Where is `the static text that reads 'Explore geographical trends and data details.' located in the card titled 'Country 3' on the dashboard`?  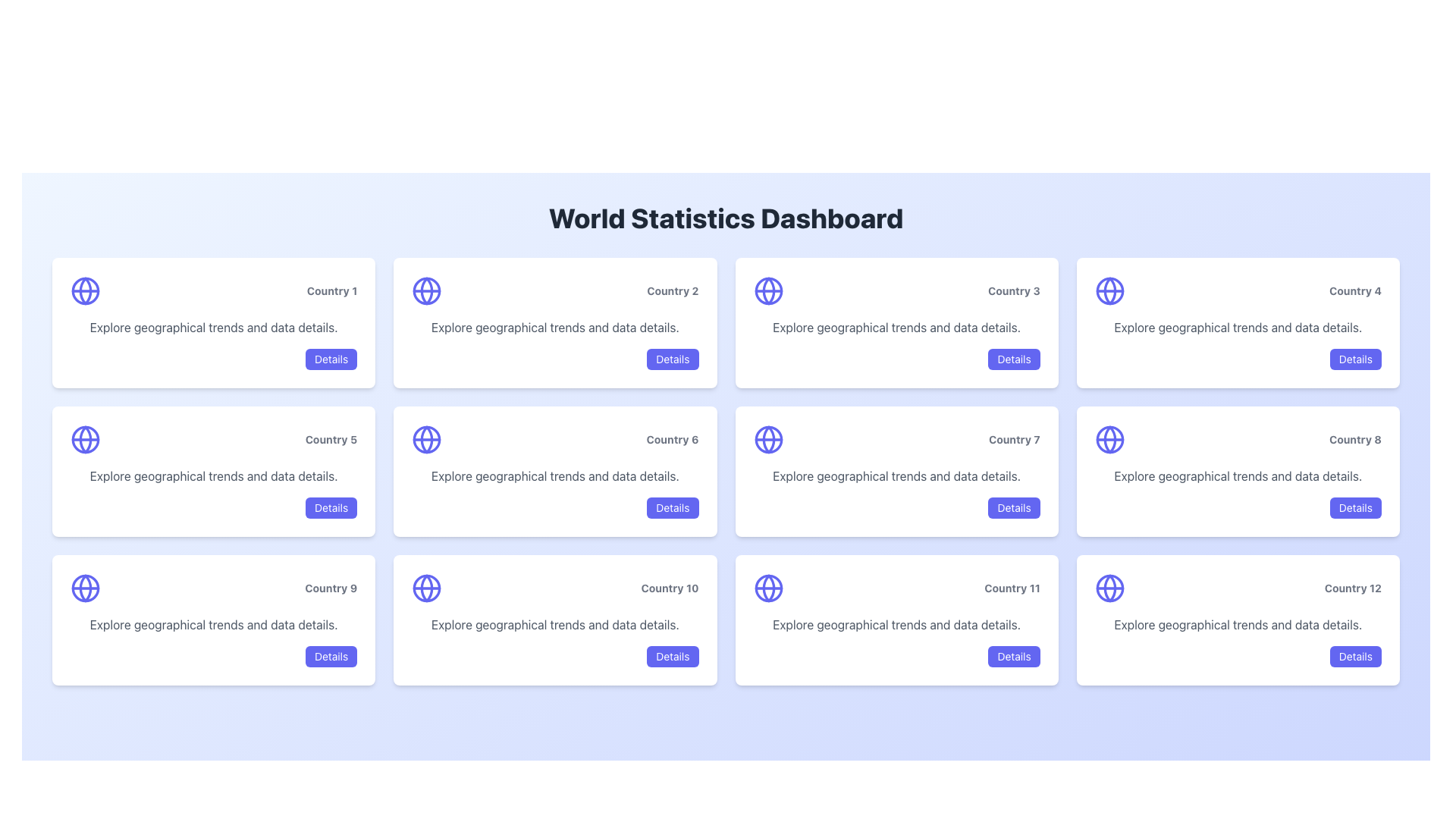 the static text that reads 'Explore geographical trends and data details.' located in the card titled 'Country 3' on the dashboard is located at coordinates (896, 327).